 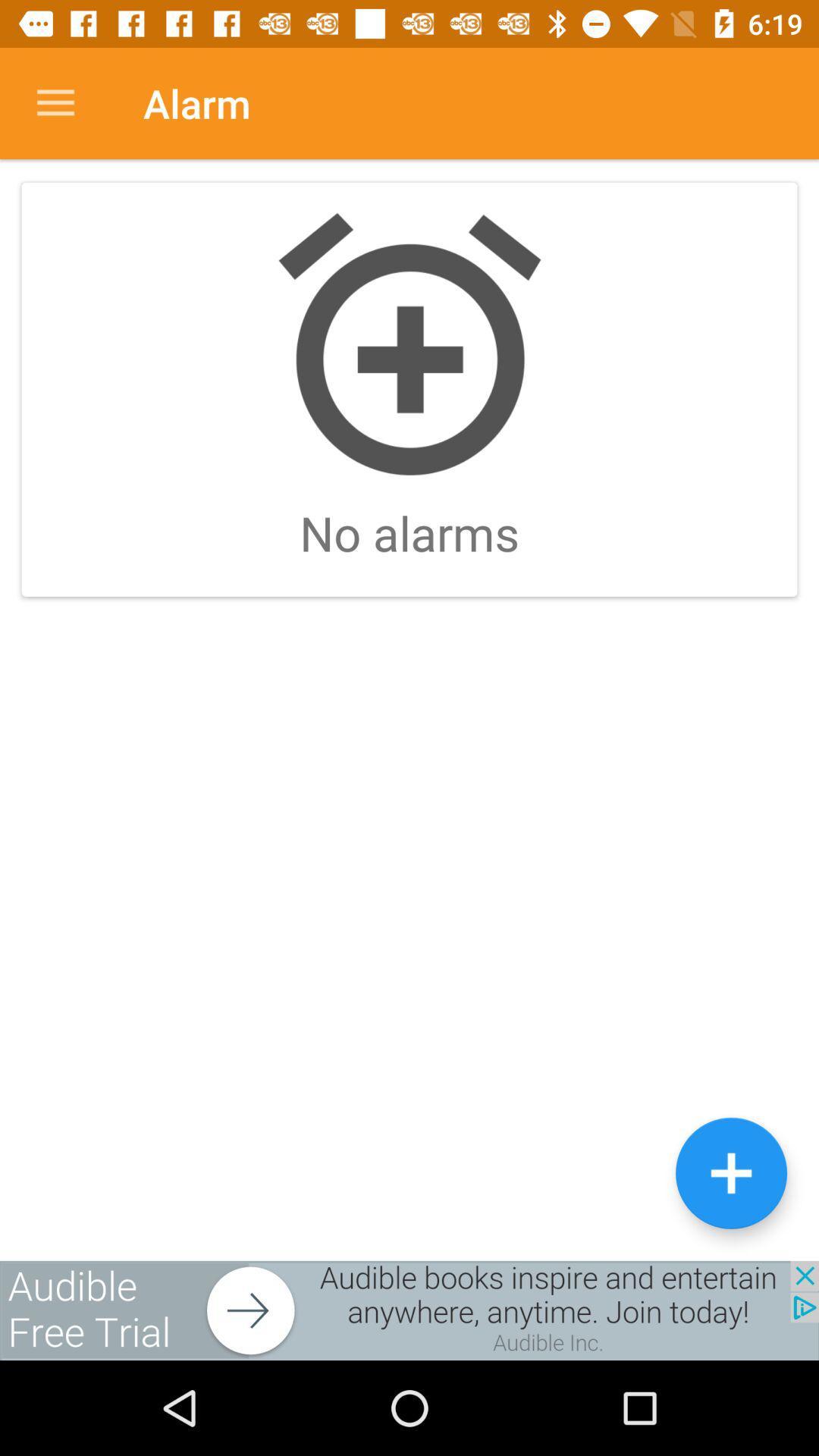 What do you see at coordinates (409, 1310) in the screenshot?
I see `open advertisement` at bounding box center [409, 1310].